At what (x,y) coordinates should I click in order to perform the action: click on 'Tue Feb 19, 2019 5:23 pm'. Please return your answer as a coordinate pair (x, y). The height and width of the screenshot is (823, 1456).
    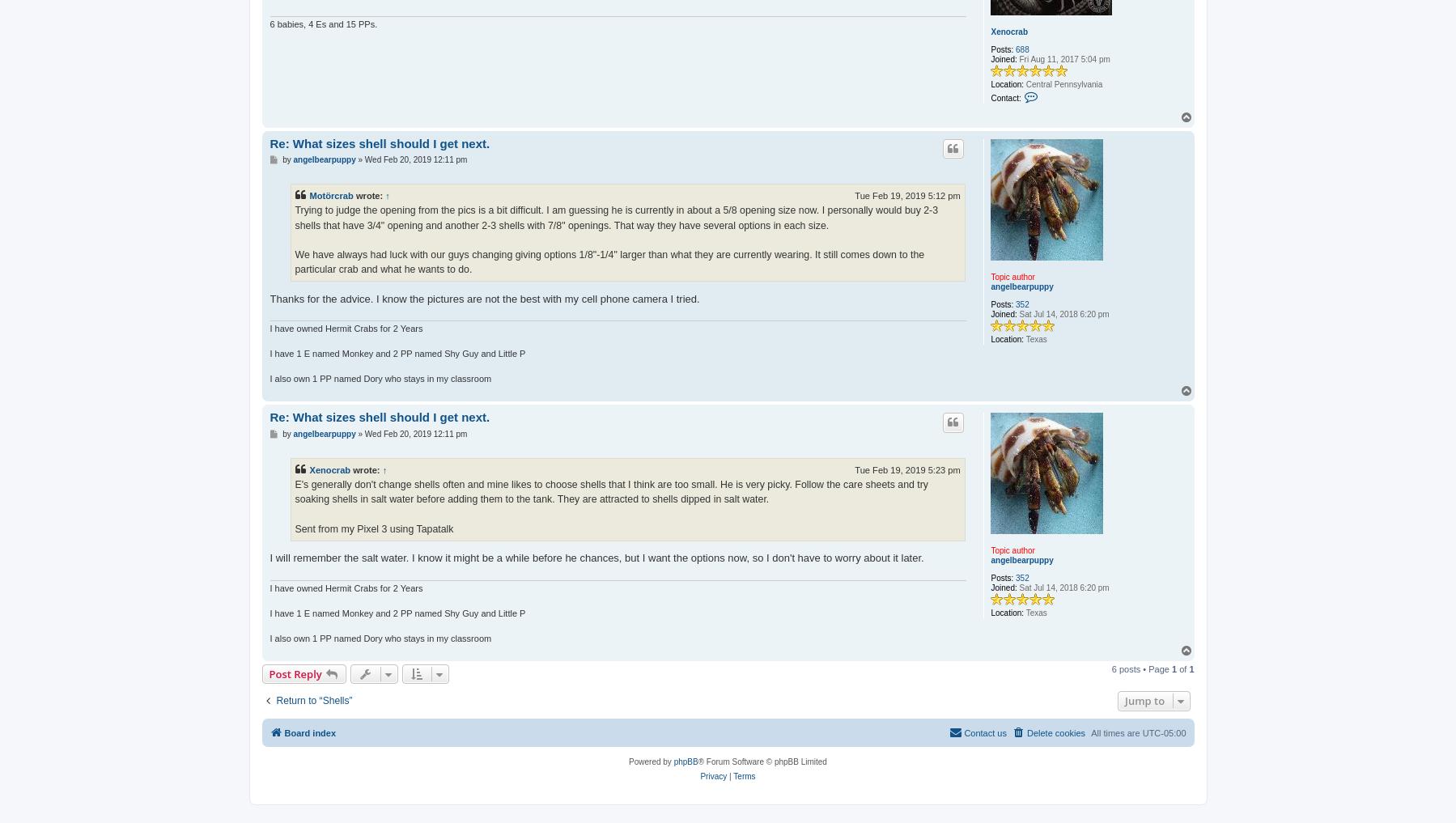
    Looking at the image, I should click on (906, 469).